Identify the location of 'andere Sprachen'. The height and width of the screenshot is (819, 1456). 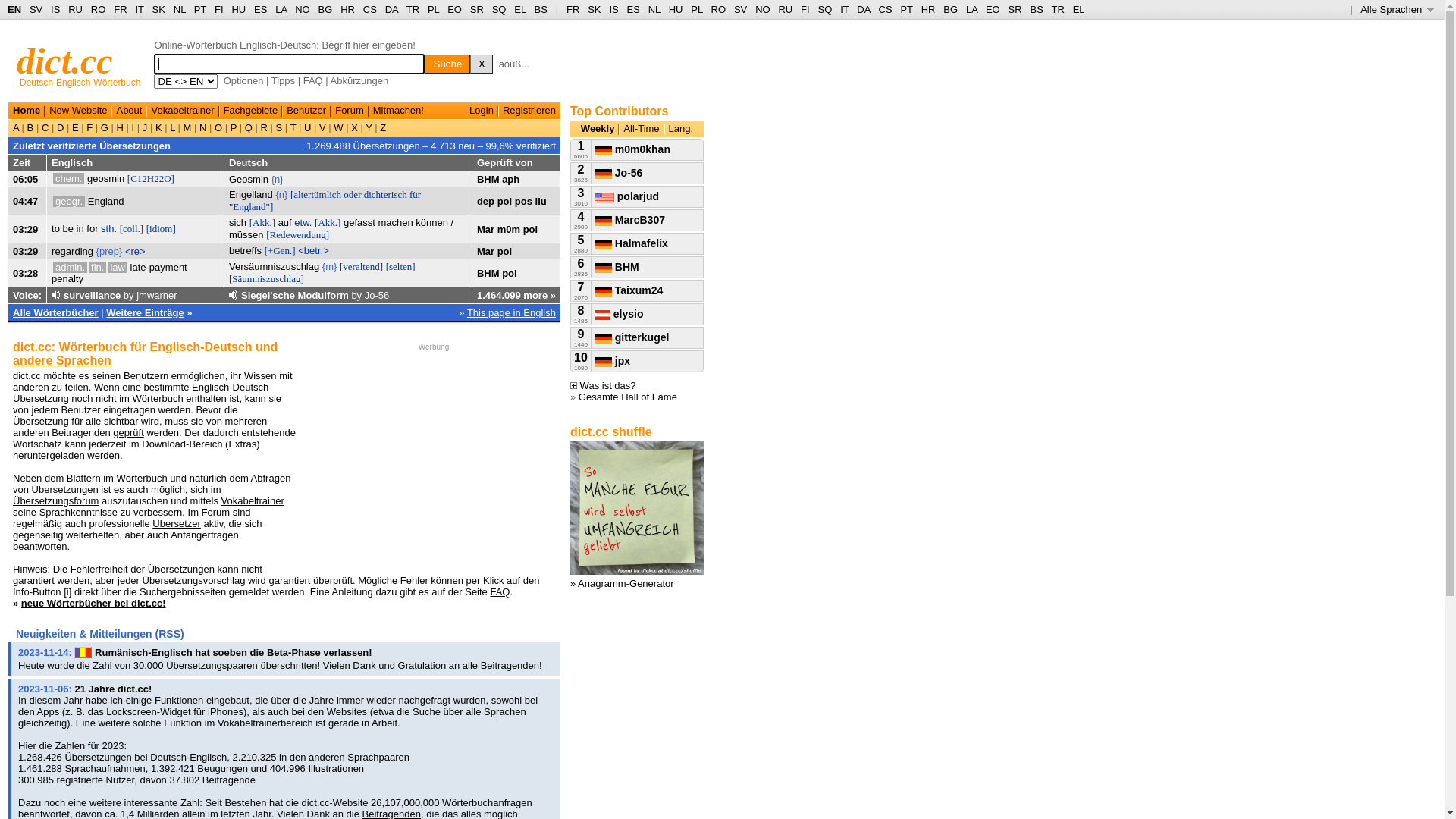
(61, 360).